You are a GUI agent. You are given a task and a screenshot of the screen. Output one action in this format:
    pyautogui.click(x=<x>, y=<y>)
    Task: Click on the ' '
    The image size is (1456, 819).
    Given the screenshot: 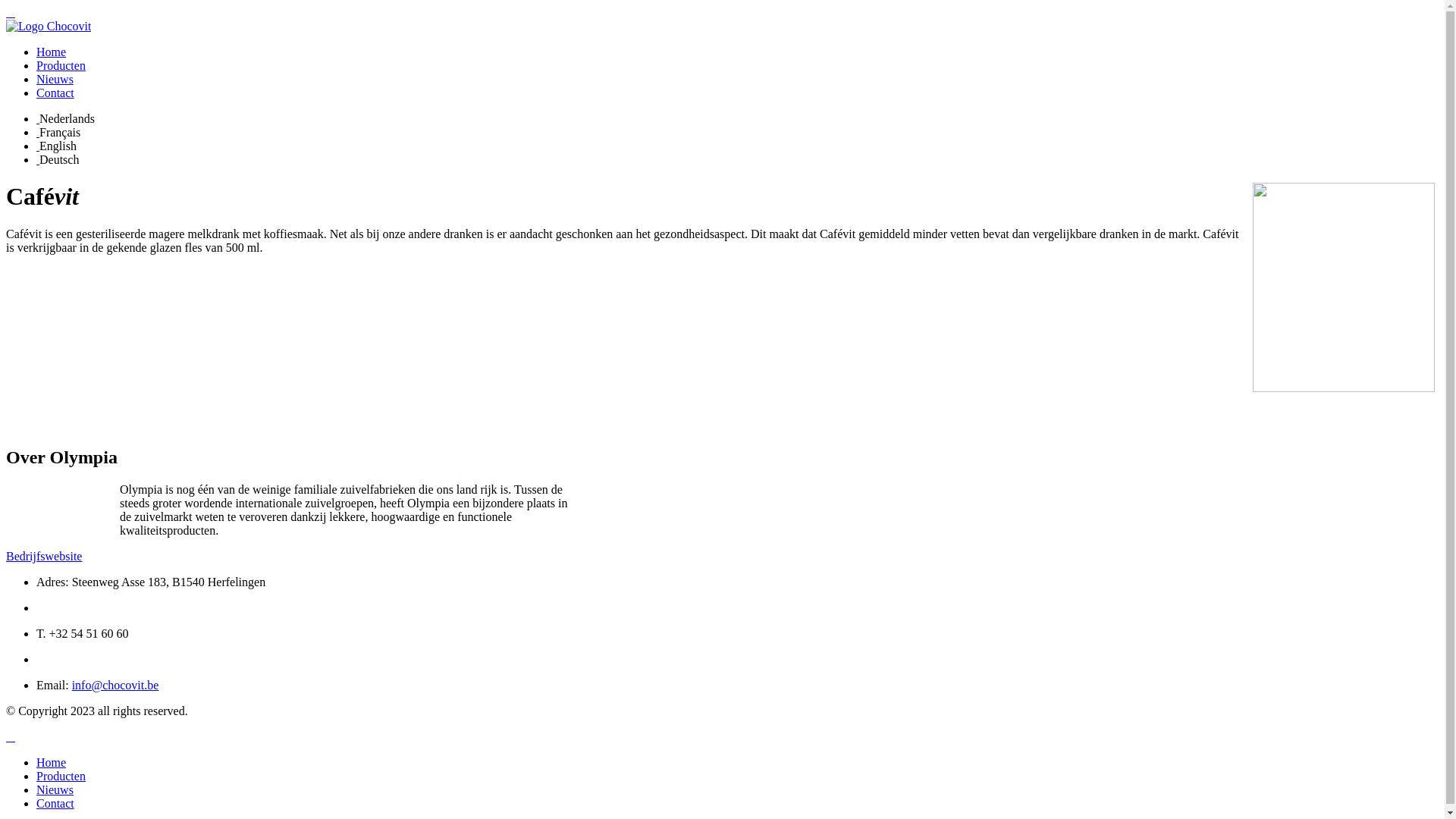 What is the action you would take?
    pyautogui.click(x=37, y=146)
    